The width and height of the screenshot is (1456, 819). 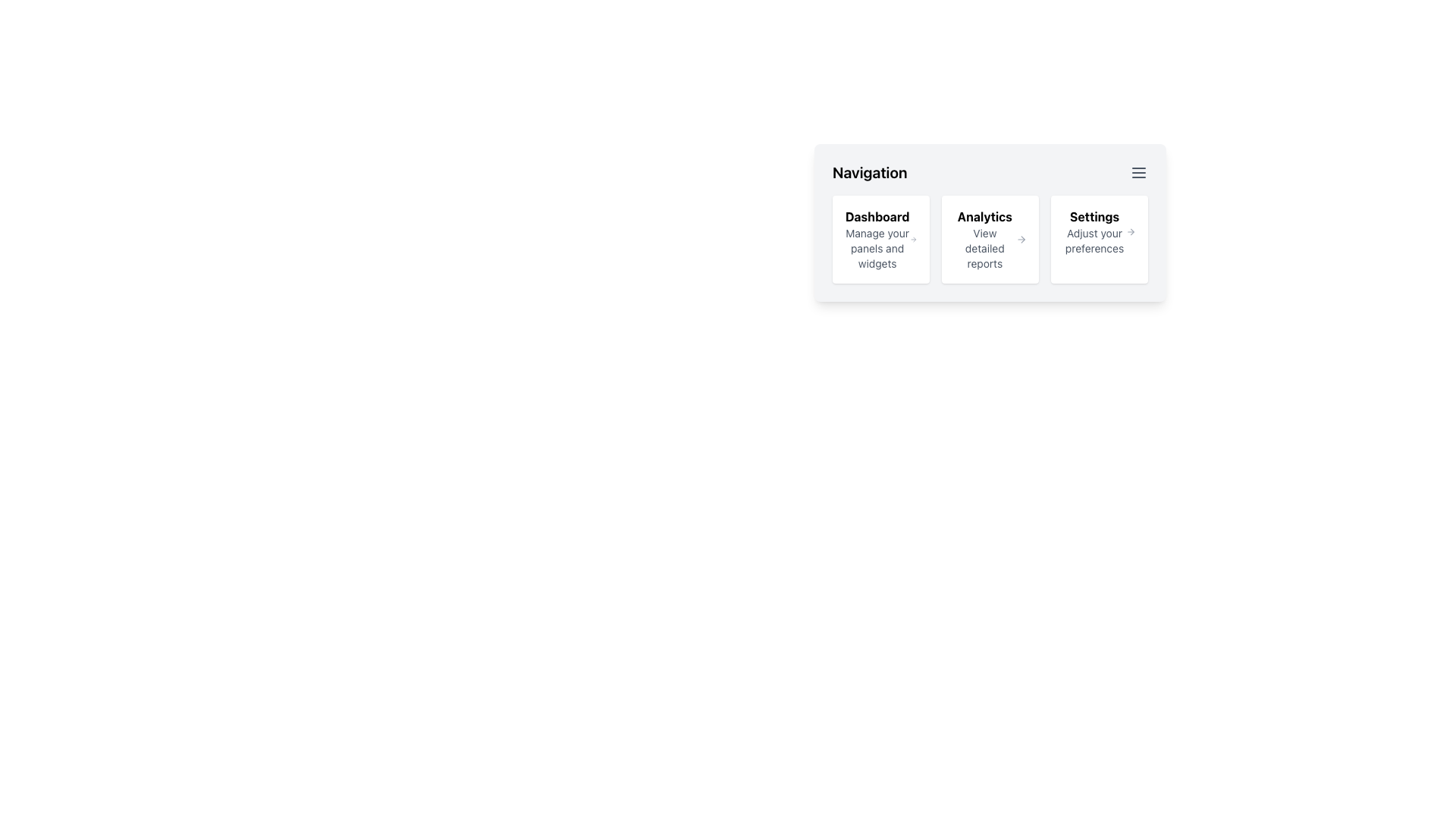 I want to click on the 'Dashboard' text label, which is bold and distinct, located at the top of a white rectangular card in the Navigation section, so click(x=877, y=216).